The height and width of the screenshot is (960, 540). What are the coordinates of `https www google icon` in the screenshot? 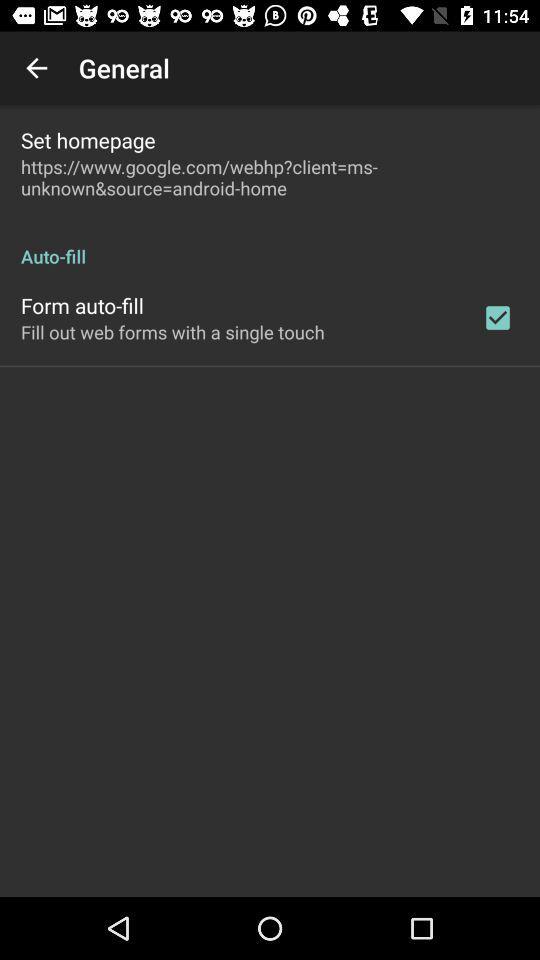 It's located at (270, 176).